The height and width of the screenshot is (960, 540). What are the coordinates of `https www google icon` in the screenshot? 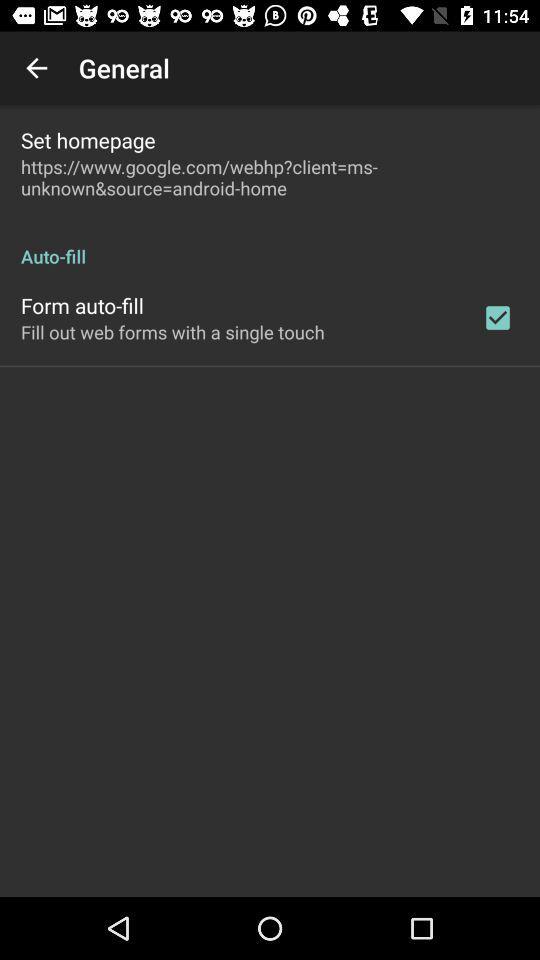 It's located at (270, 176).